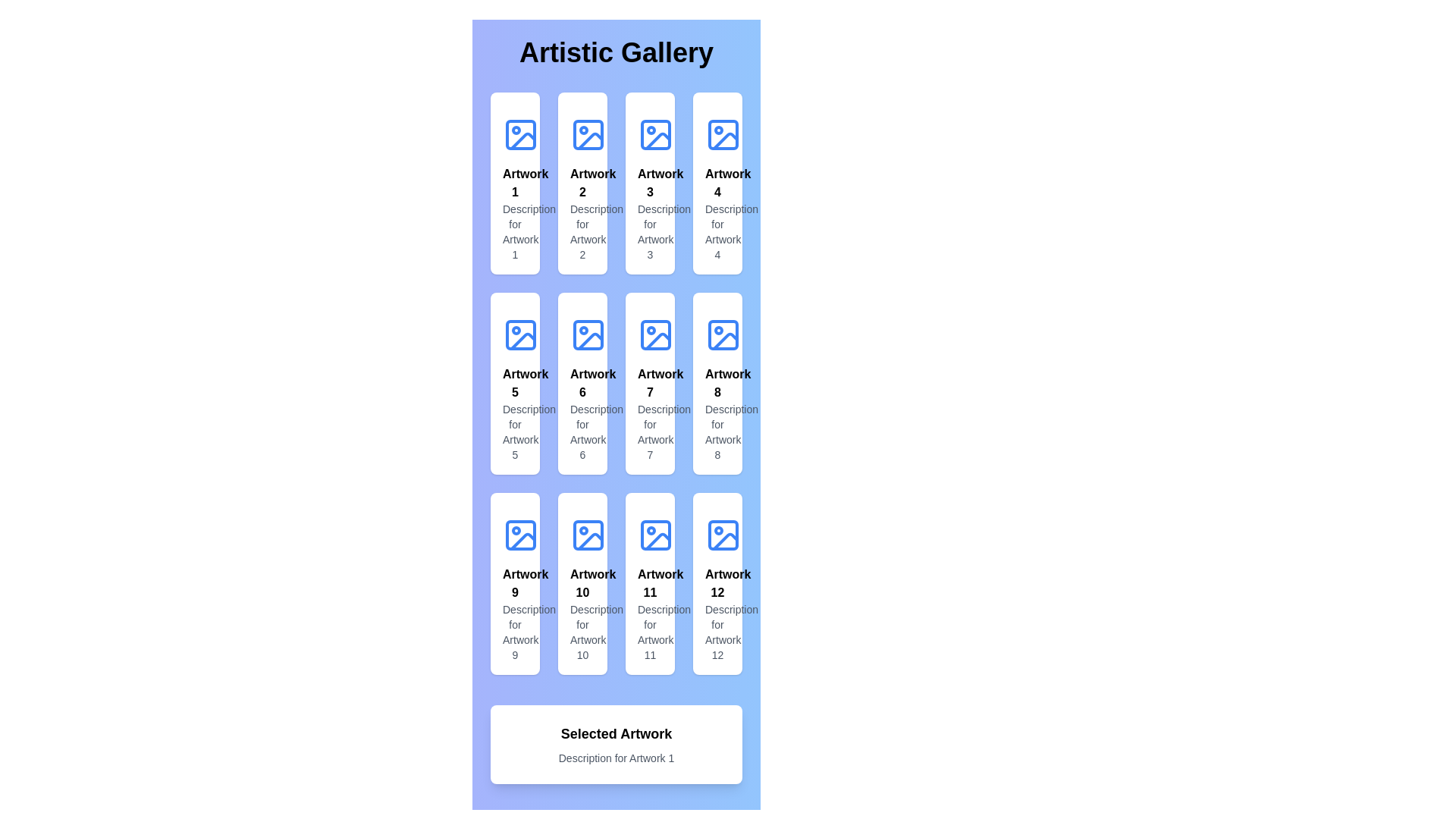 The image size is (1456, 819). What do you see at coordinates (650, 183) in the screenshot?
I see `the text label element displaying 'Artwork 3', which is positioned in the first row and third column of the grid, located directly above a descriptive text and below an image icon` at bounding box center [650, 183].